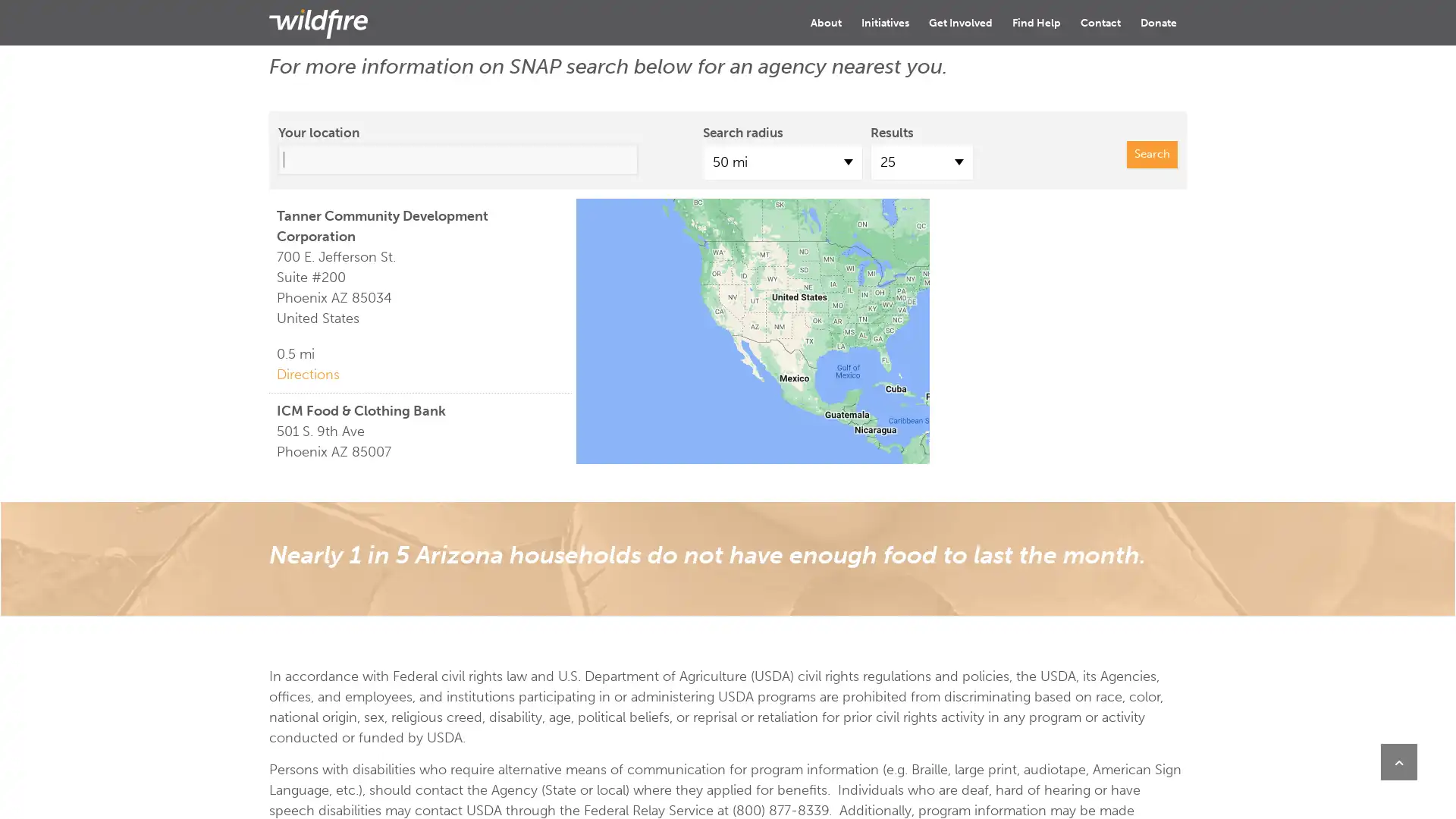  I want to click on Keogh Health Connection, so click(871, 293).